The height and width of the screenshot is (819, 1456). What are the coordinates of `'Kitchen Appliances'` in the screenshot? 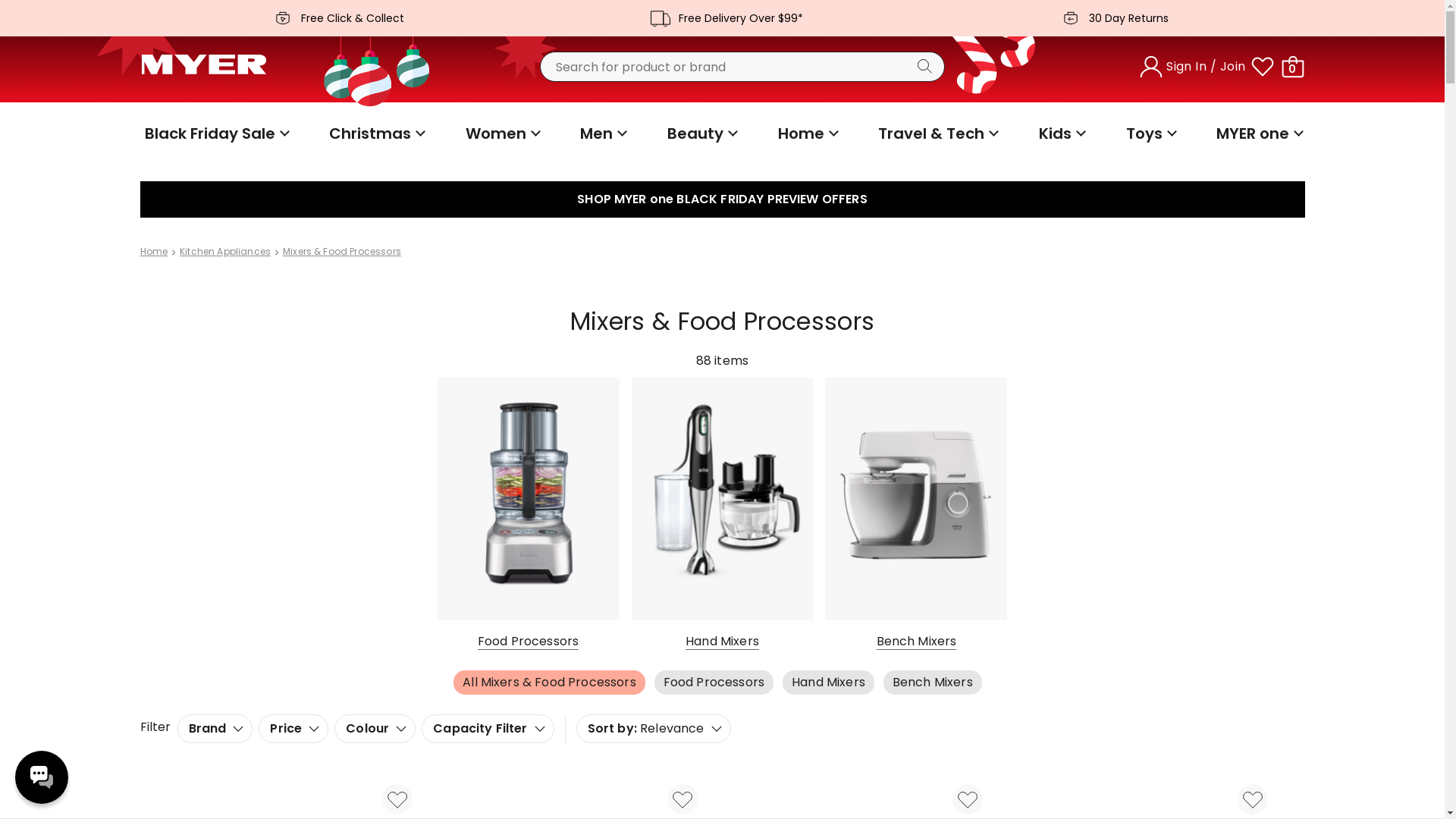 It's located at (224, 250).